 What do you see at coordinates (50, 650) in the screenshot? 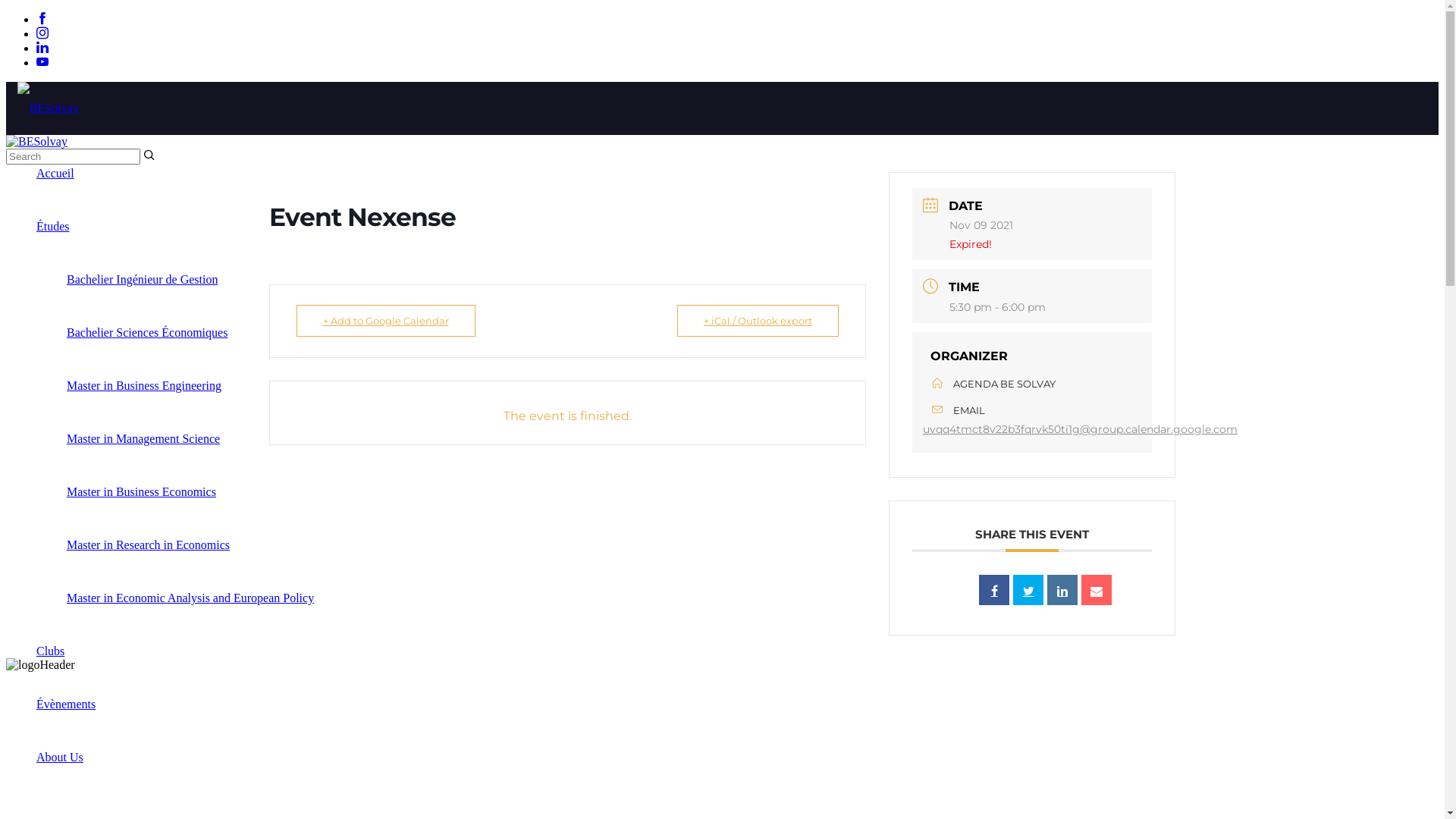
I see `'Clubs'` at bounding box center [50, 650].